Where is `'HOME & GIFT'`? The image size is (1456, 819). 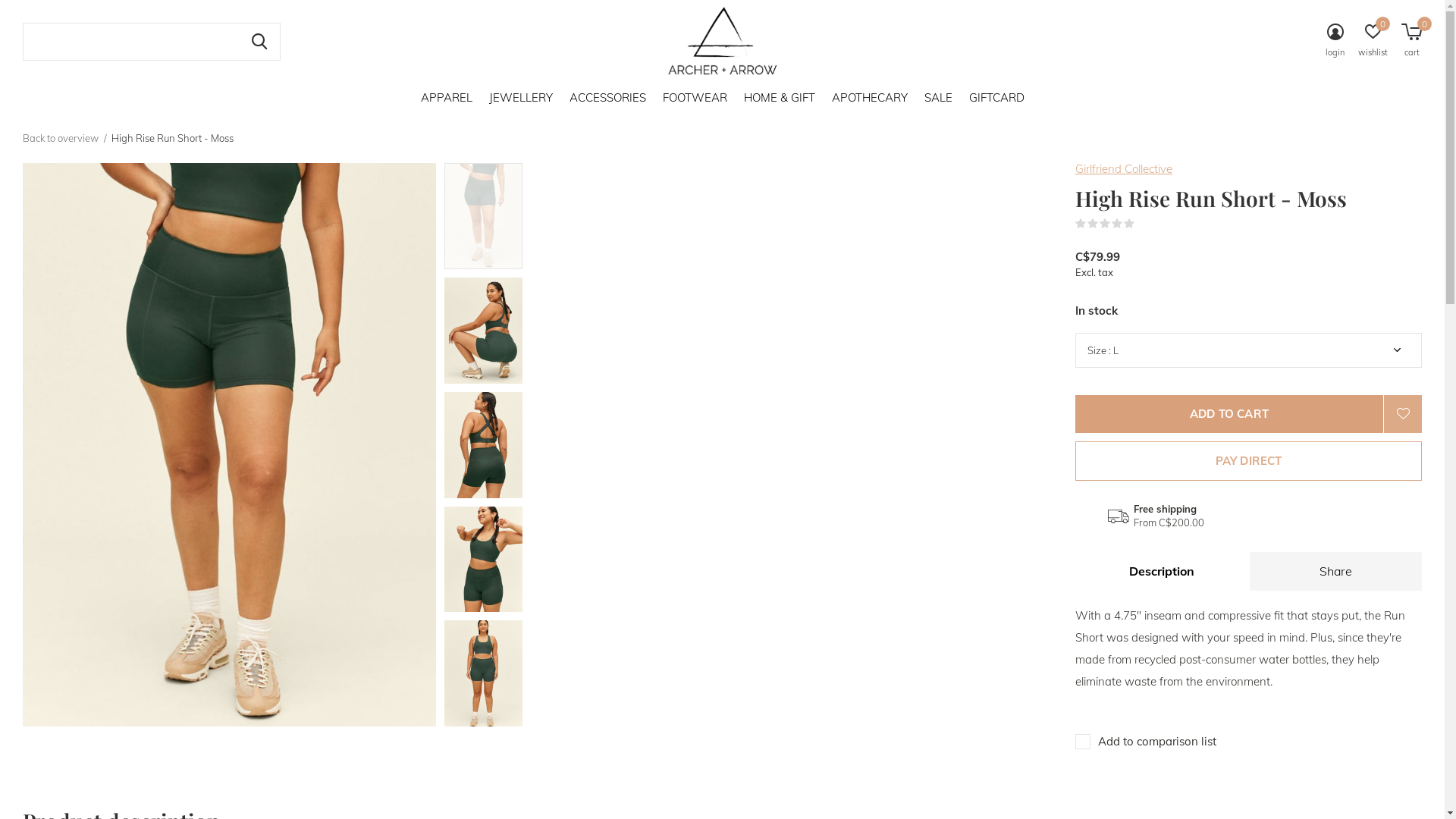
'HOME & GIFT' is located at coordinates (779, 96).